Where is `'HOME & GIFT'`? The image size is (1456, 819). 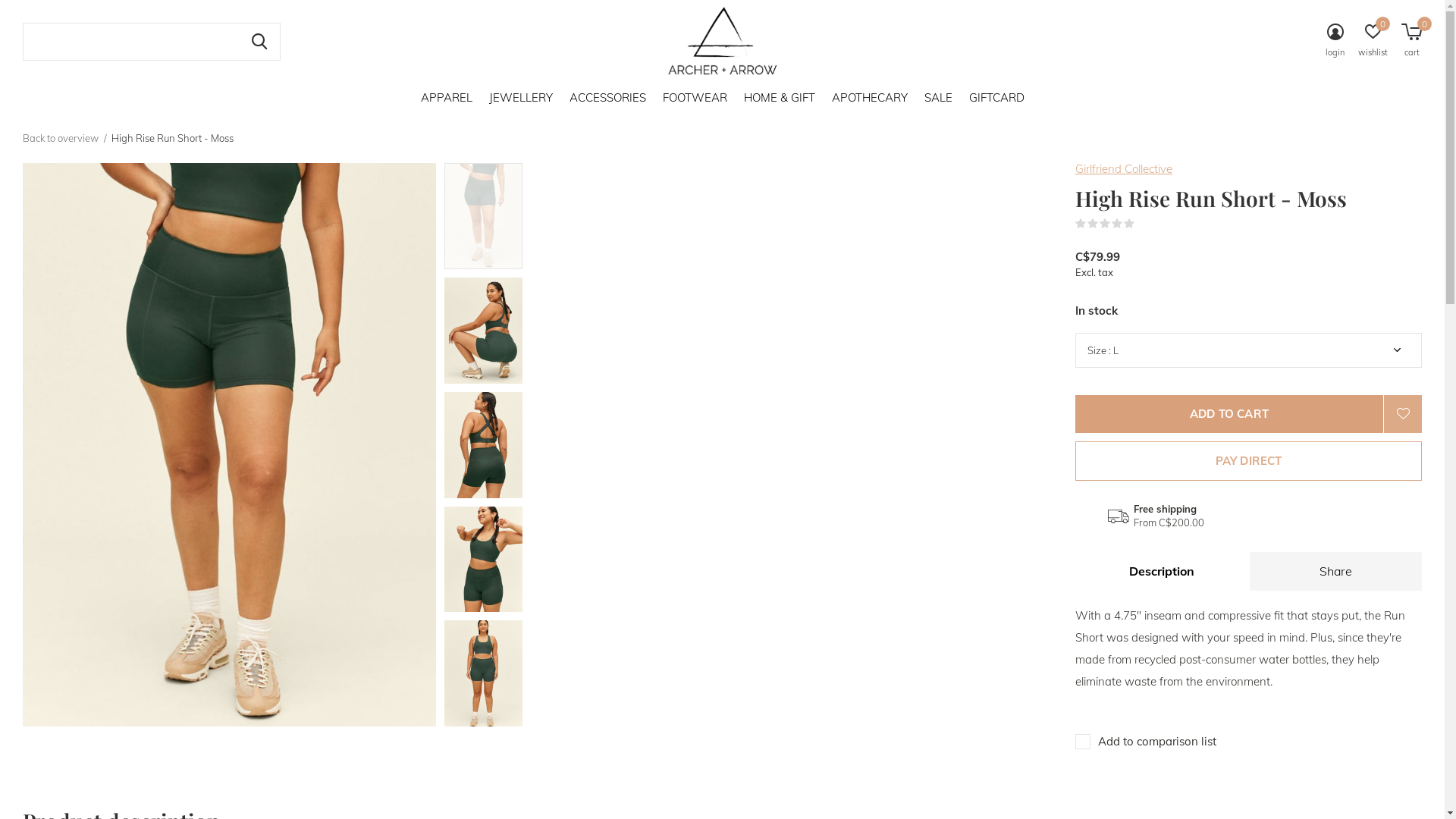
'HOME & GIFT' is located at coordinates (779, 96).